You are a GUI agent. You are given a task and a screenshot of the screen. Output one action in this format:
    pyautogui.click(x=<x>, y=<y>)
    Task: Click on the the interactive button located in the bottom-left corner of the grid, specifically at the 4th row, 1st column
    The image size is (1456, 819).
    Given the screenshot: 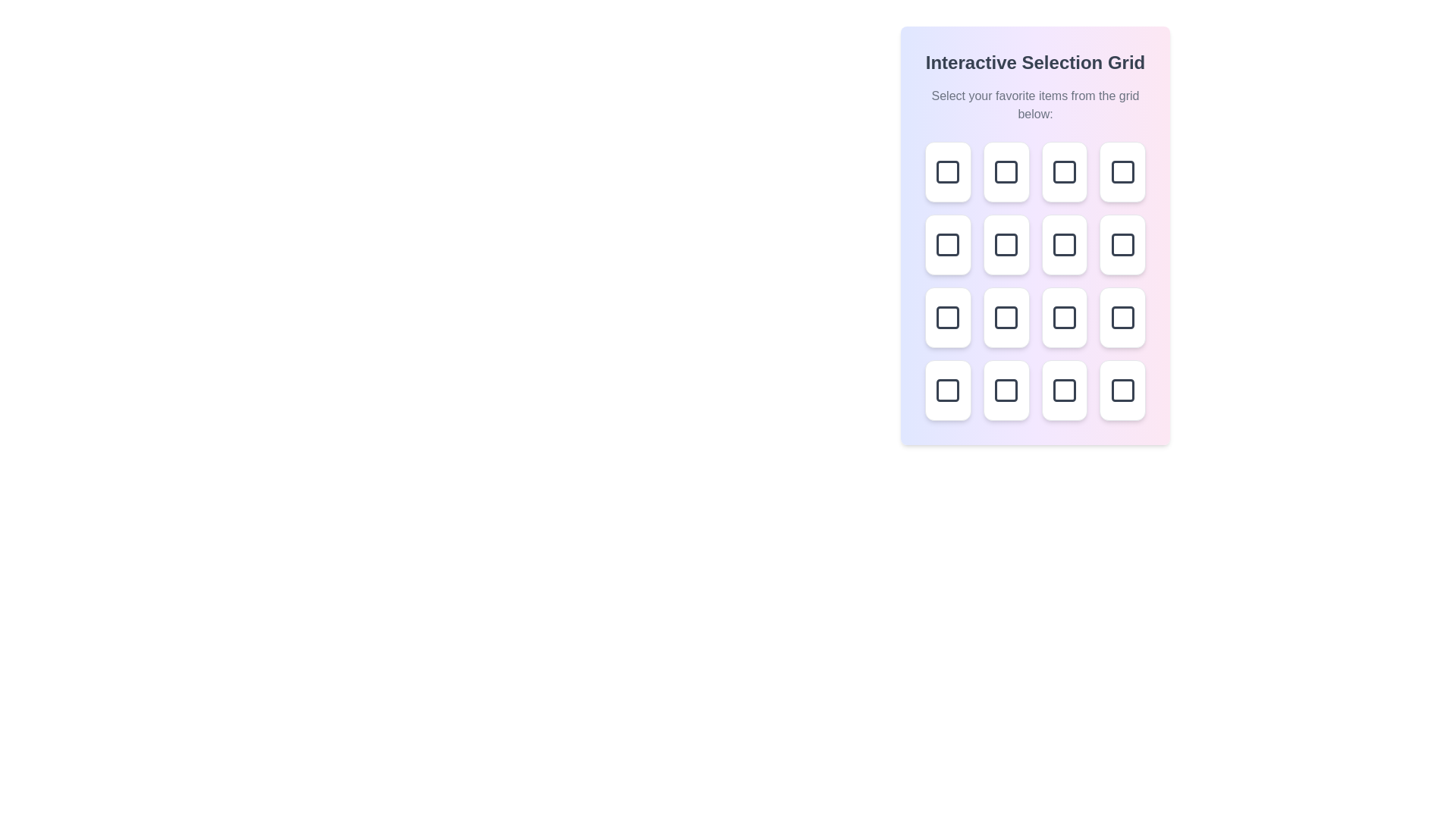 What is the action you would take?
    pyautogui.click(x=947, y=390)
    